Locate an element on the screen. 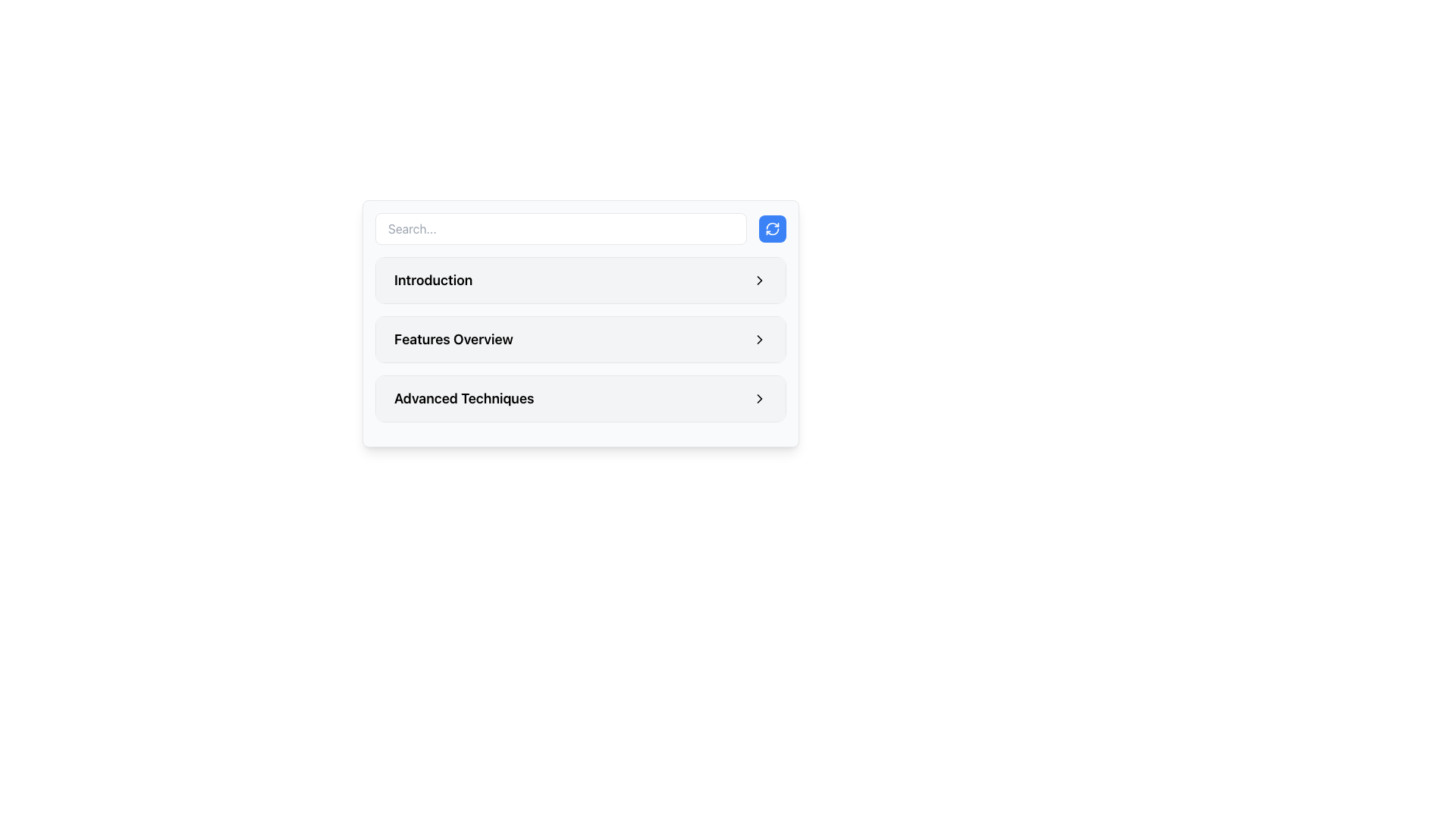 The image size is (1456, 819). the 'Features Overview' text label located in the sidebar is located at coordinates (453, 338).